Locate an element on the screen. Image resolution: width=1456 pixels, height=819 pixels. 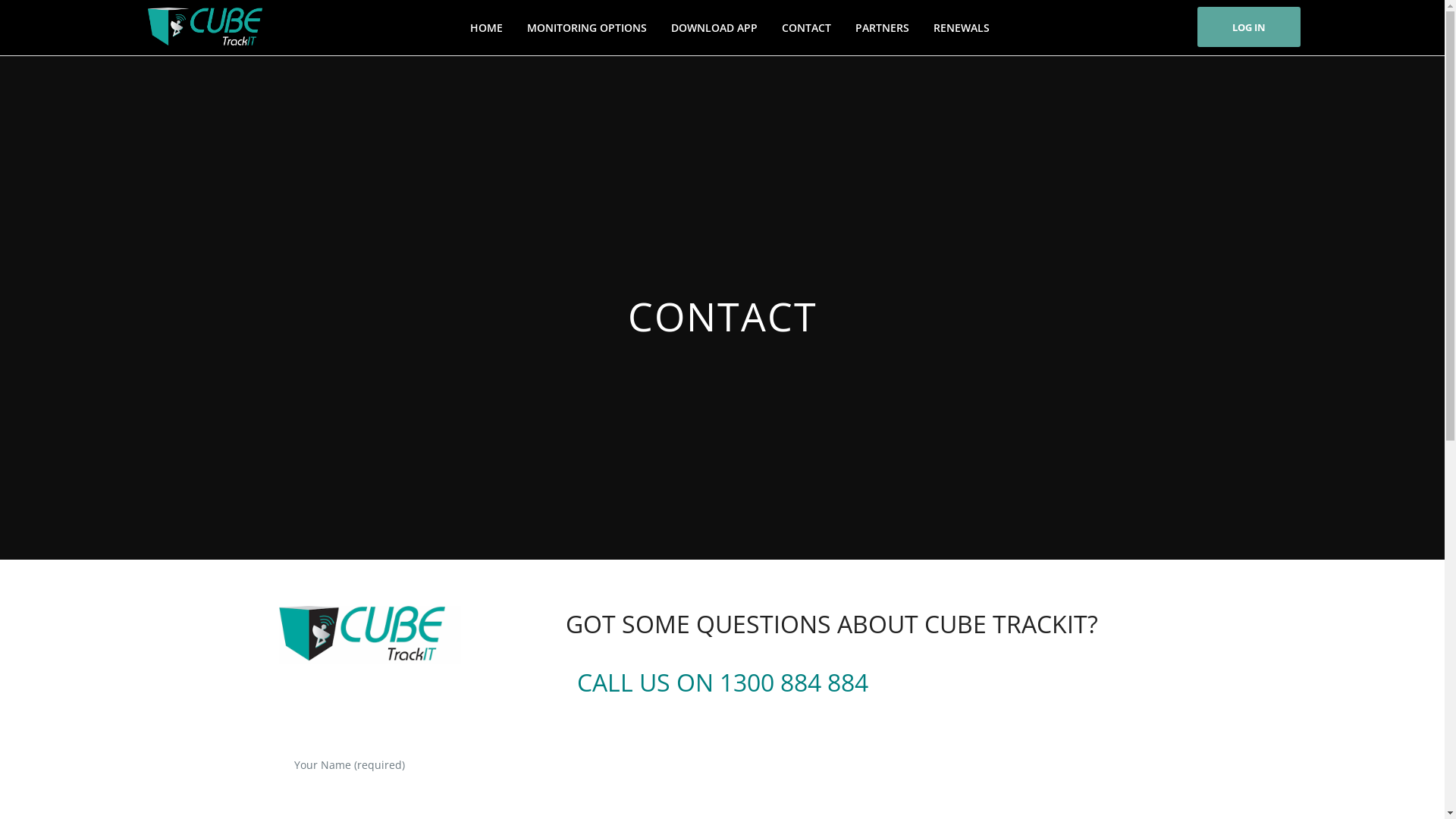
'LOG IN' is located at coordinates (1248, 27).